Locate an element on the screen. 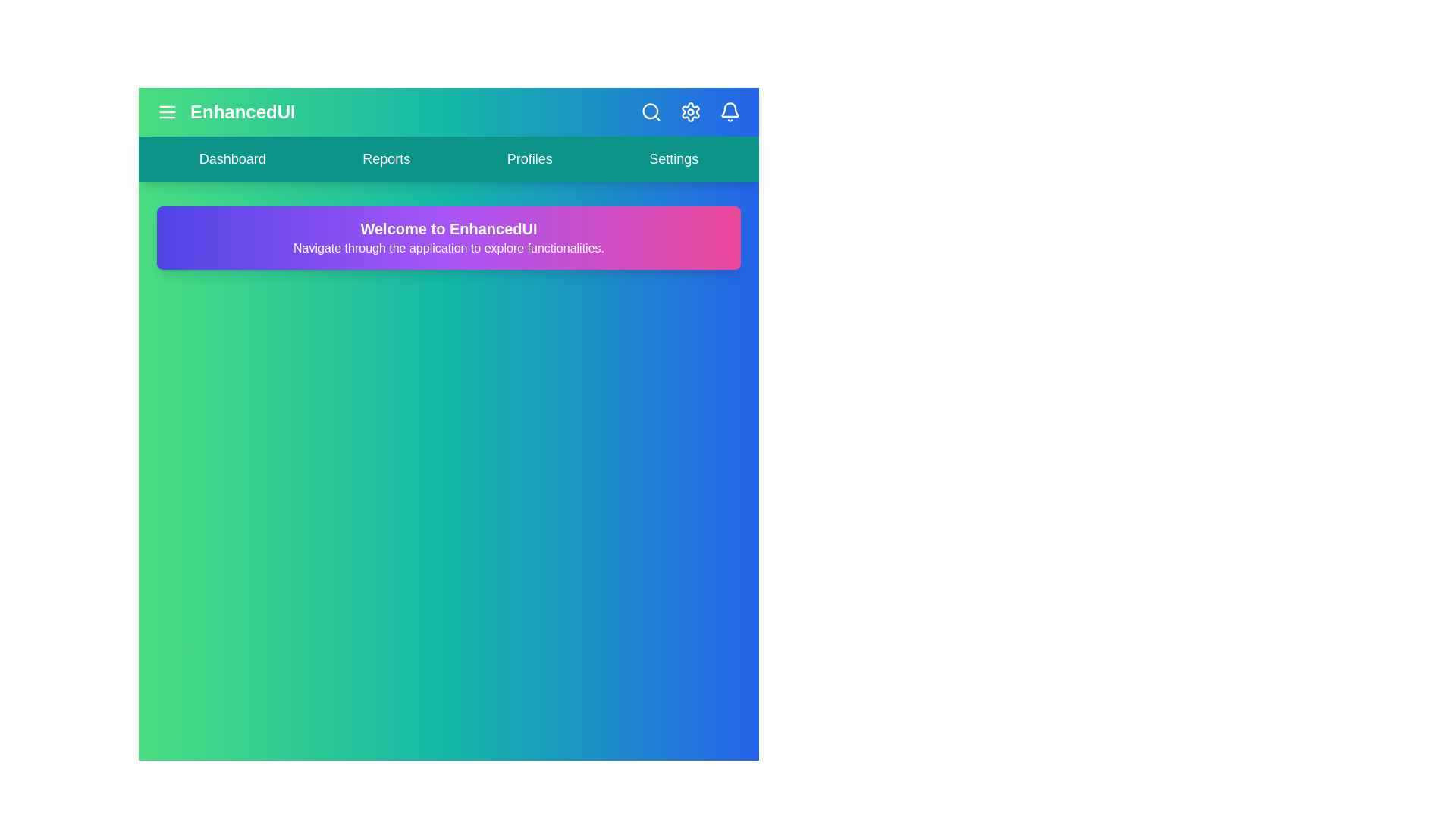  the navigation link labeled 'Dashboard' to preview its hover effect is located at coordinates (231, 158).